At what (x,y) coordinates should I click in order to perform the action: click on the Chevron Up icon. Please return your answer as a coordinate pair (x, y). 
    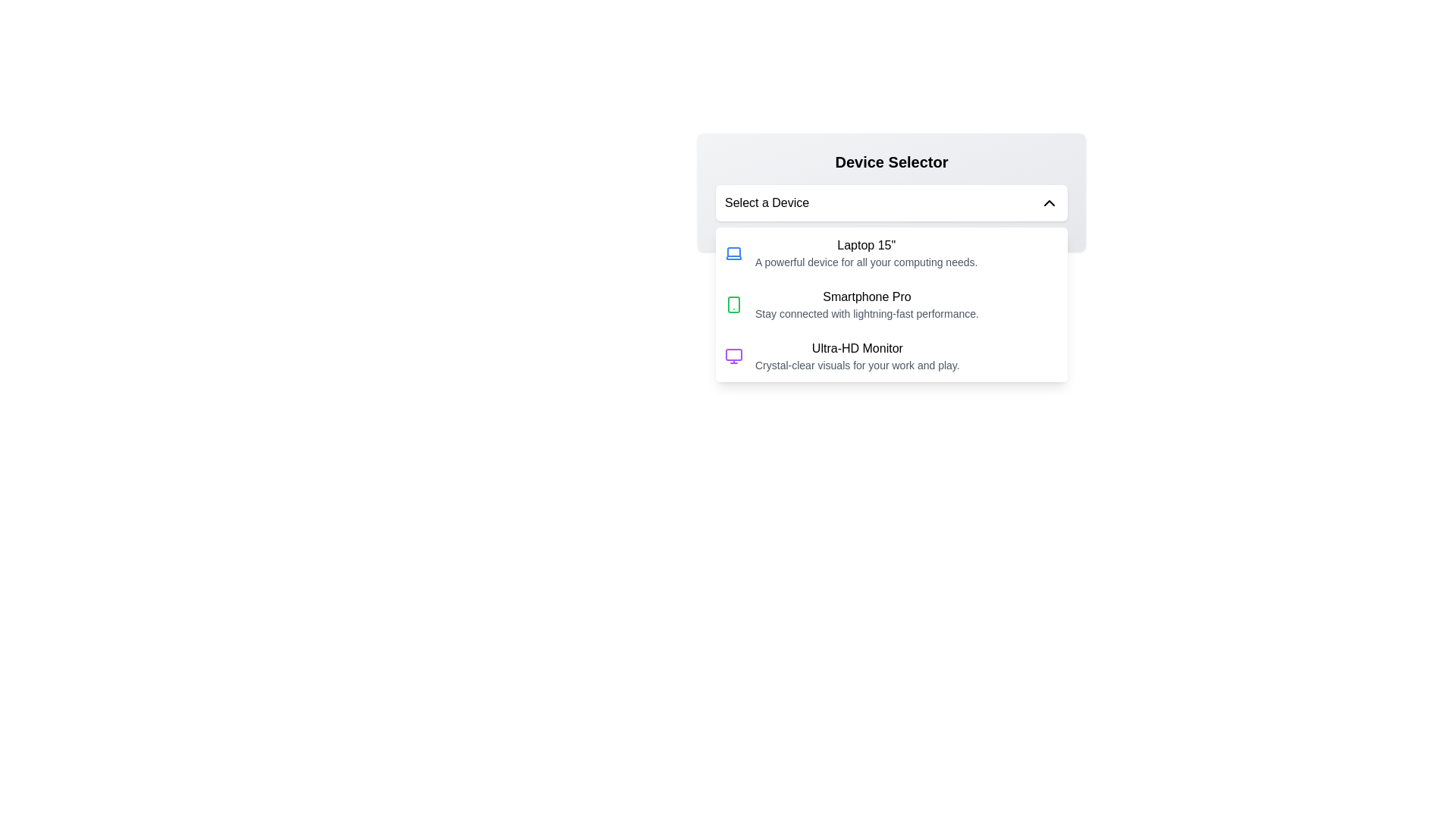
    Looking at the image, I should click on (1048, 202).